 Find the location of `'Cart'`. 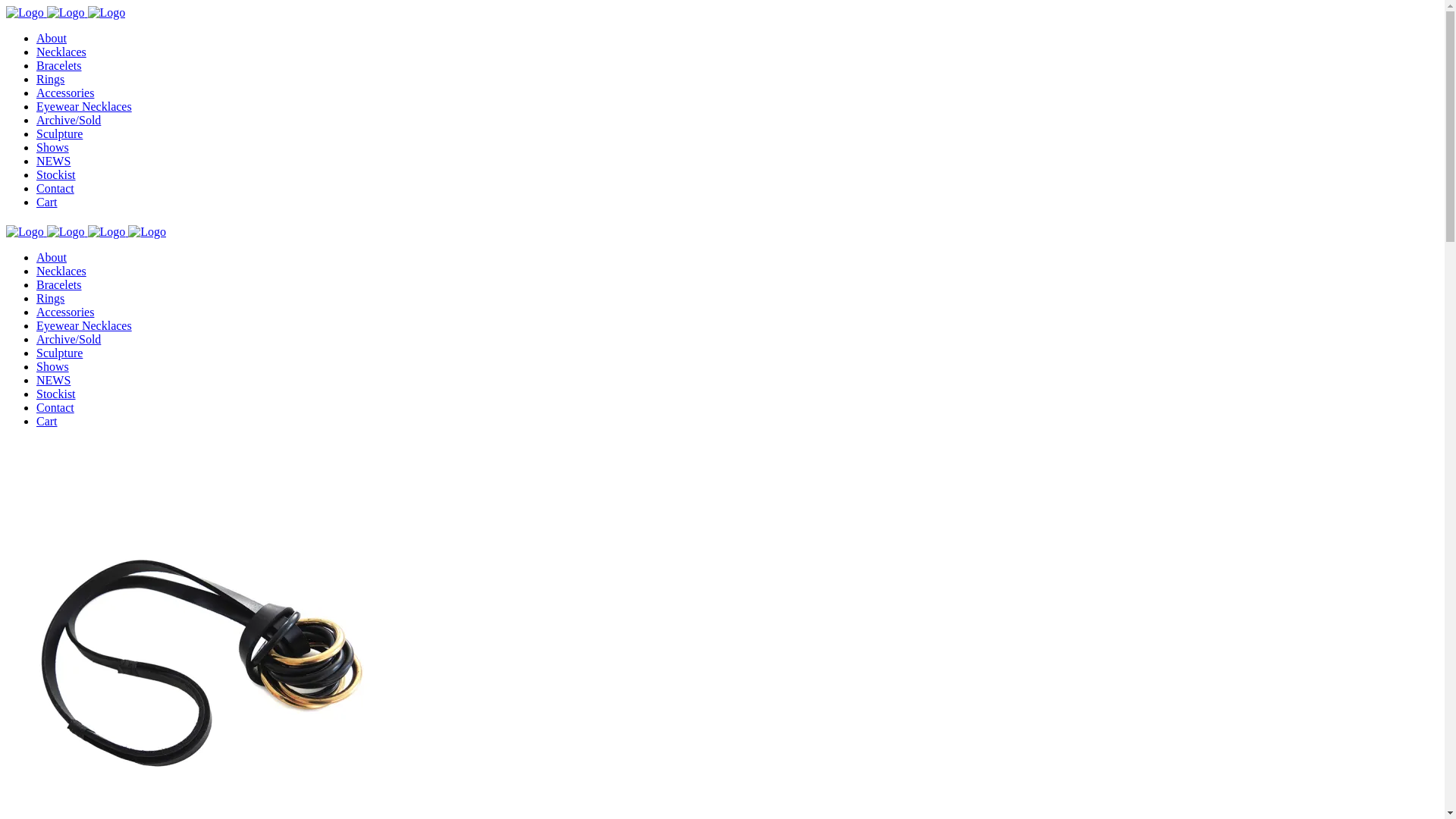

'Cart' is located at coordinates (36, 421).